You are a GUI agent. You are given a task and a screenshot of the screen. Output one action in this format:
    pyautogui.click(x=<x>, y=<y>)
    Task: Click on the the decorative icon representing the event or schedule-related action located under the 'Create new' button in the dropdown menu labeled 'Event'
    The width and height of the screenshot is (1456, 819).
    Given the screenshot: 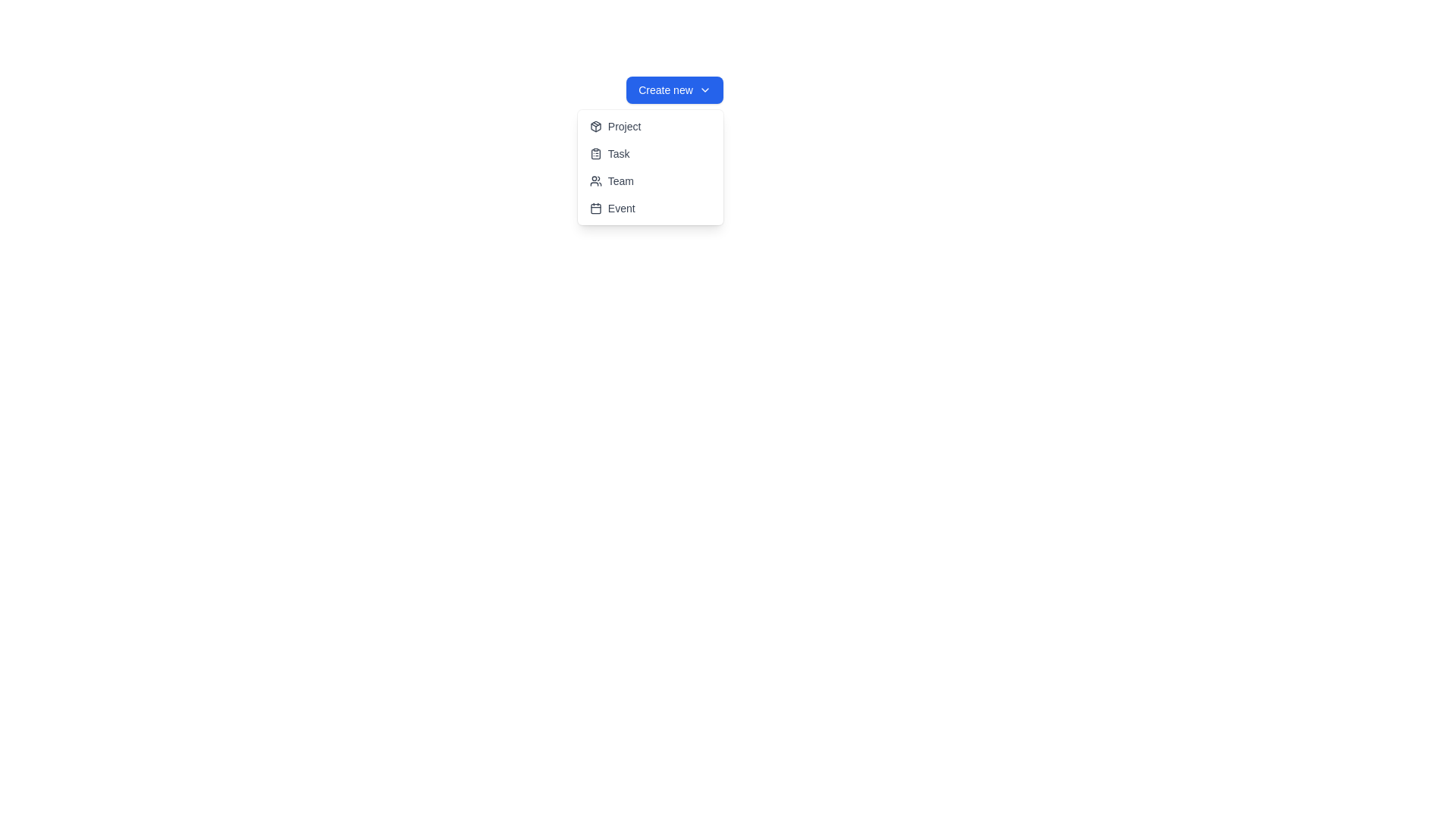 What is the action you would take?
    pyautogui.click(x=595, y=208)
    